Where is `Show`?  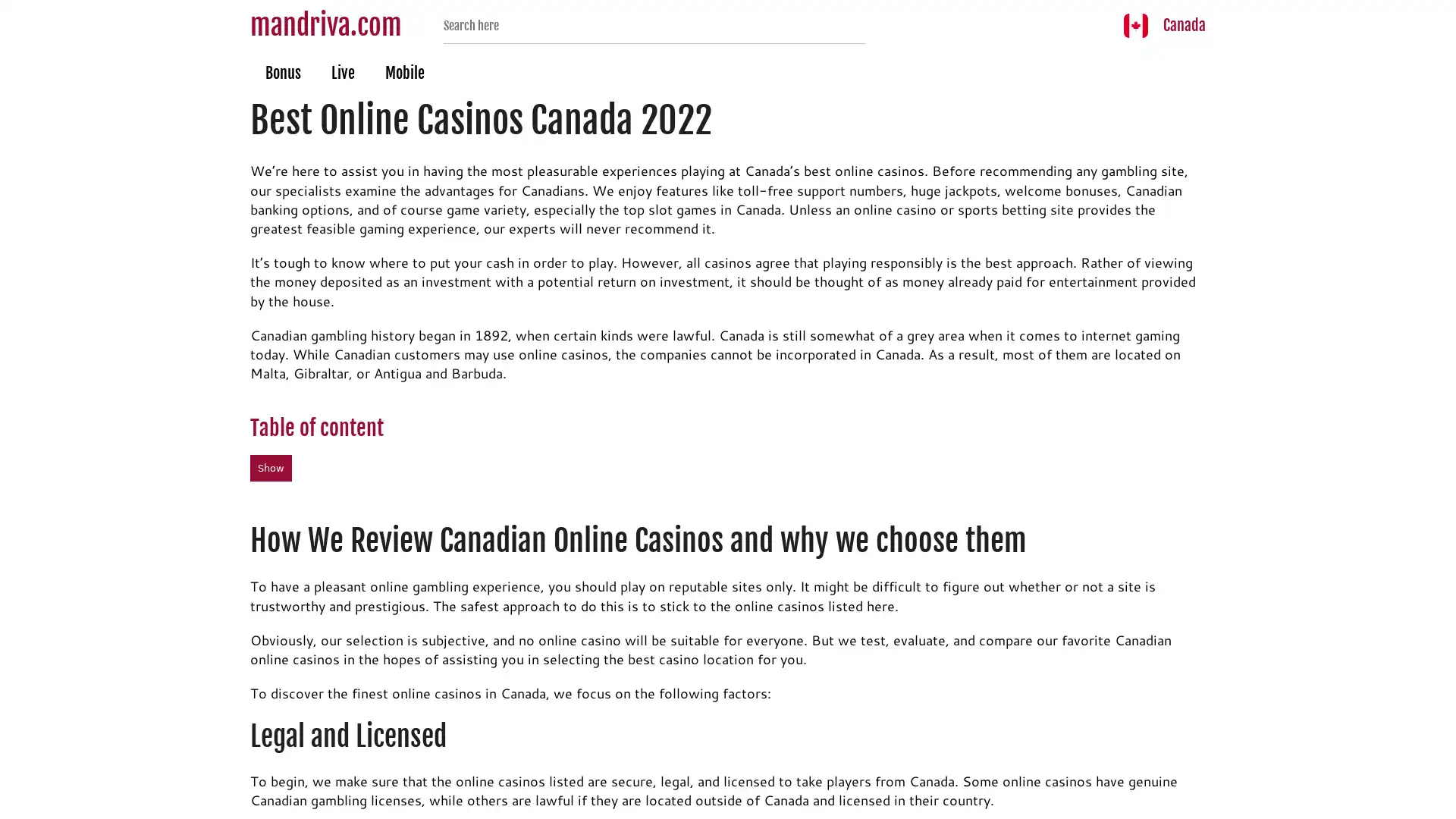 Show is located at coordinates (271, 467).